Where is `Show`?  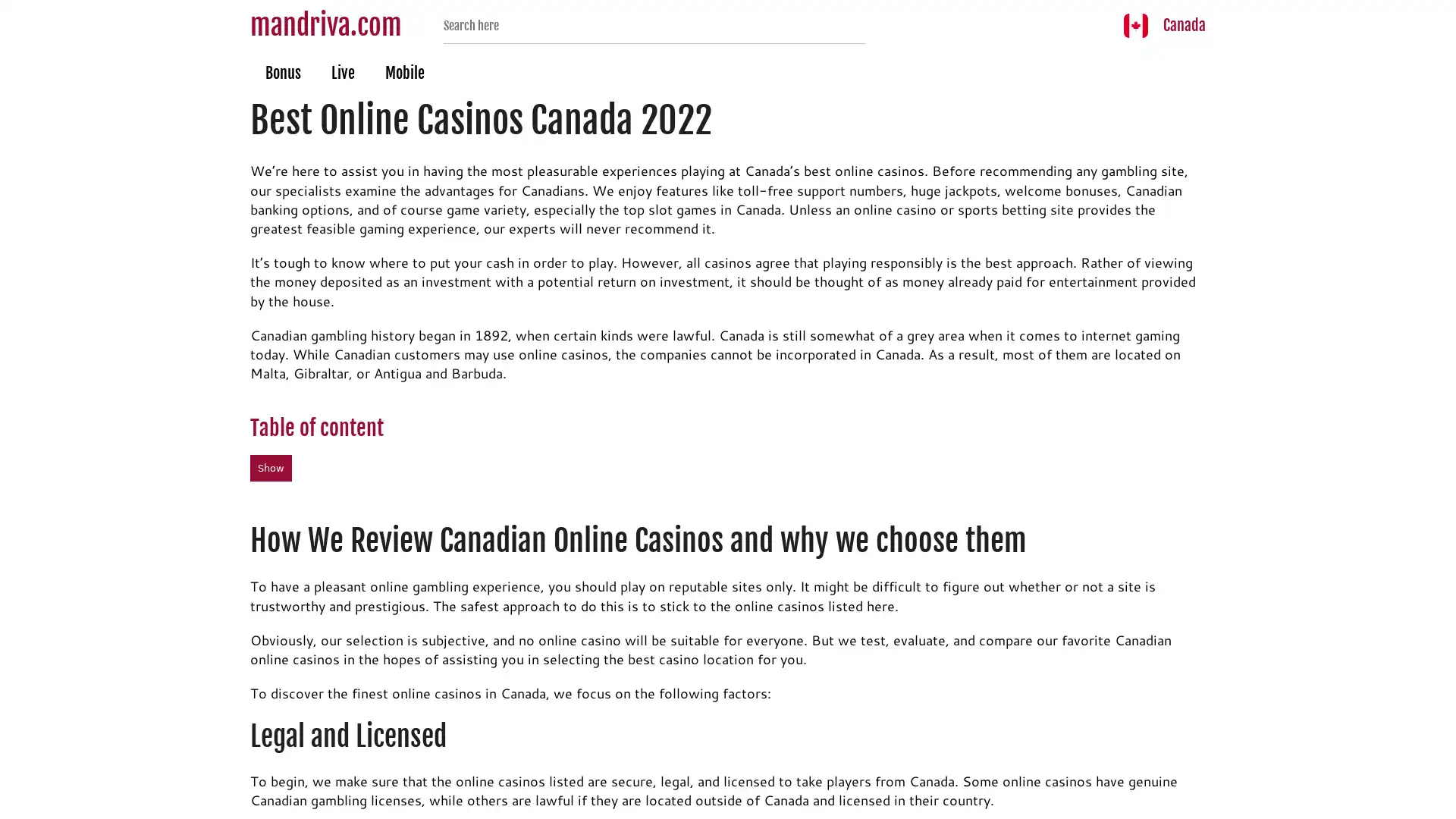 Show is located at coordinates (271, 467).